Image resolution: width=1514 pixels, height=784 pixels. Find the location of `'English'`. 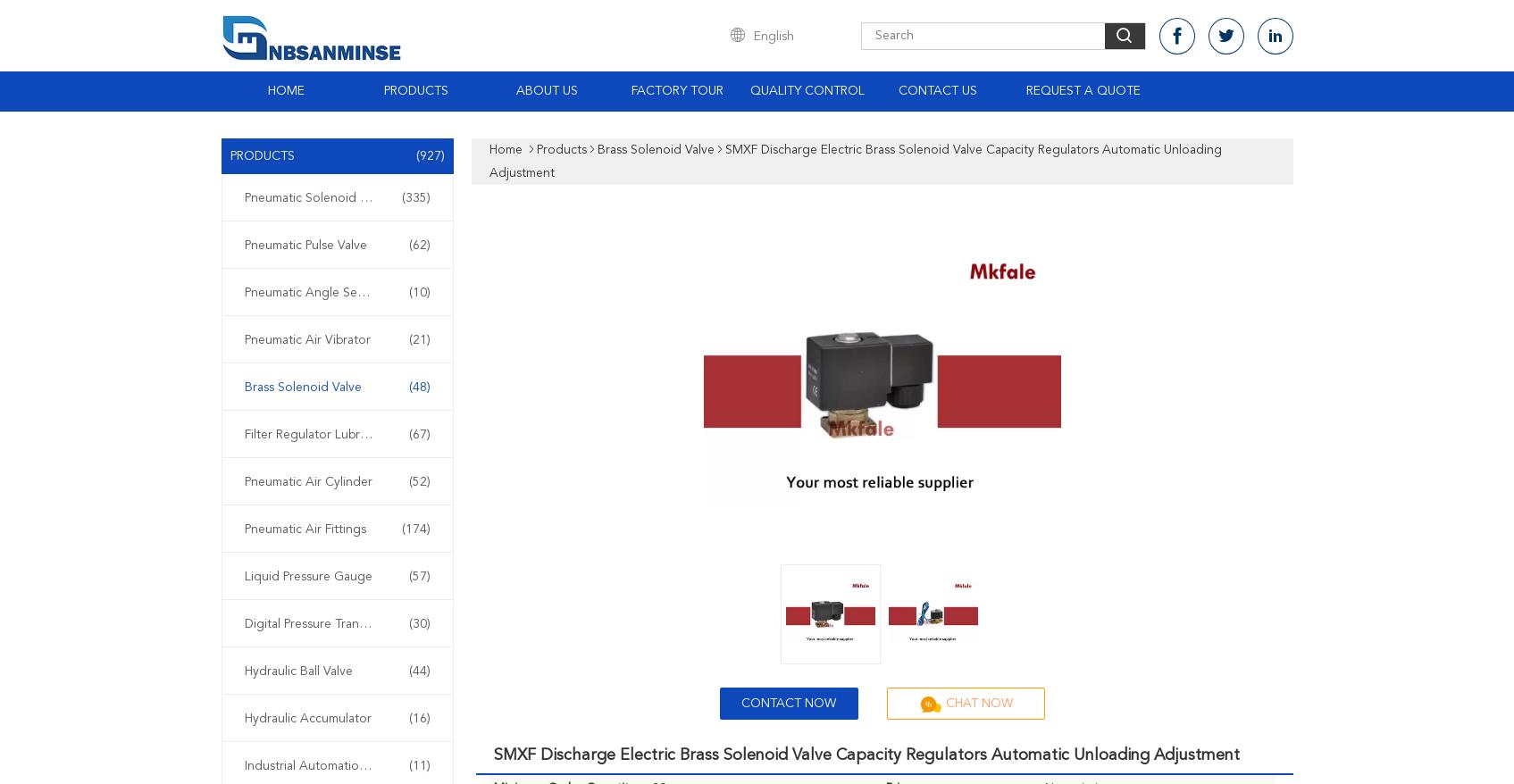

'English' is located at coordinates (753, 36).